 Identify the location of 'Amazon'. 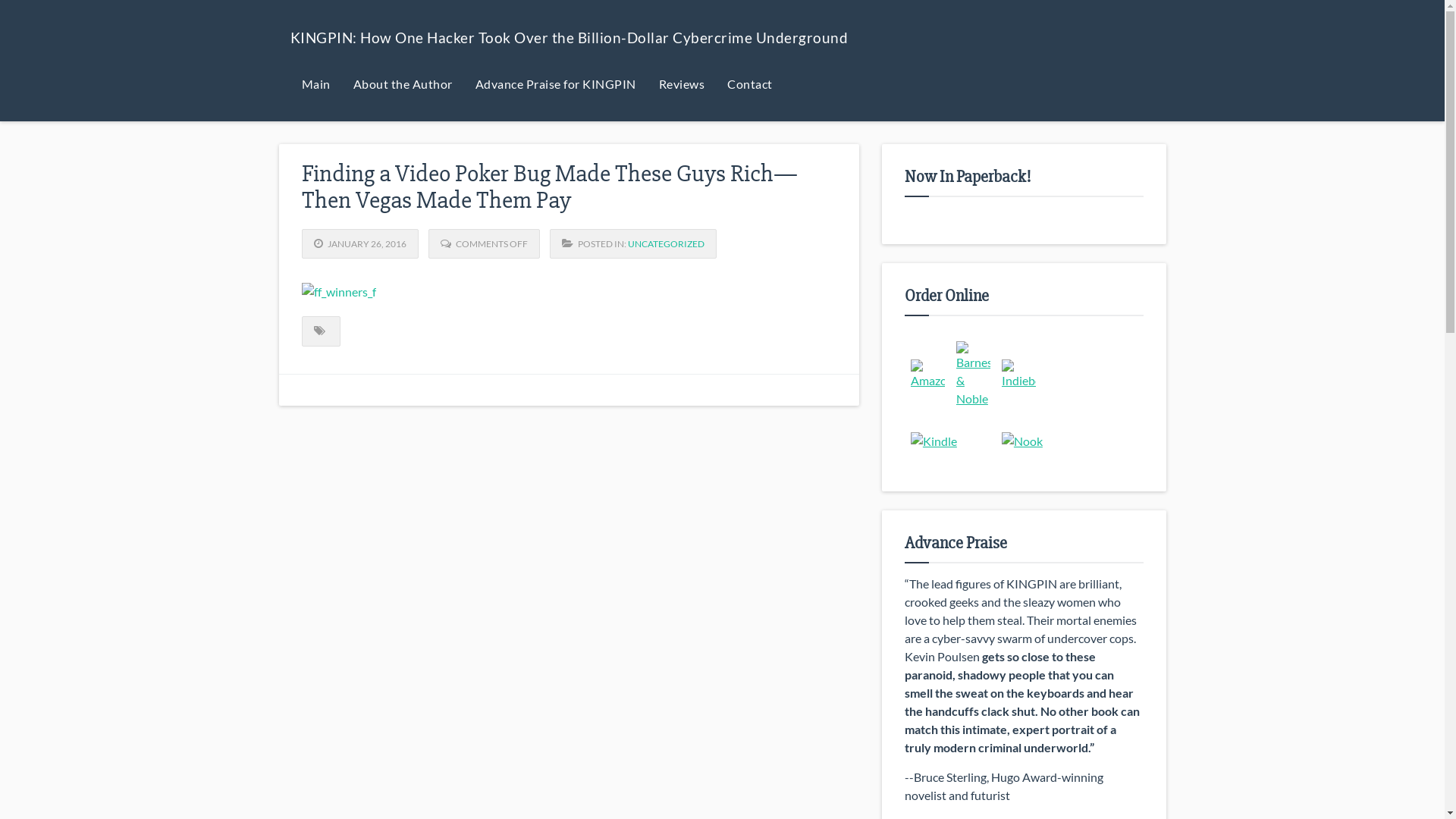
(927, 374).